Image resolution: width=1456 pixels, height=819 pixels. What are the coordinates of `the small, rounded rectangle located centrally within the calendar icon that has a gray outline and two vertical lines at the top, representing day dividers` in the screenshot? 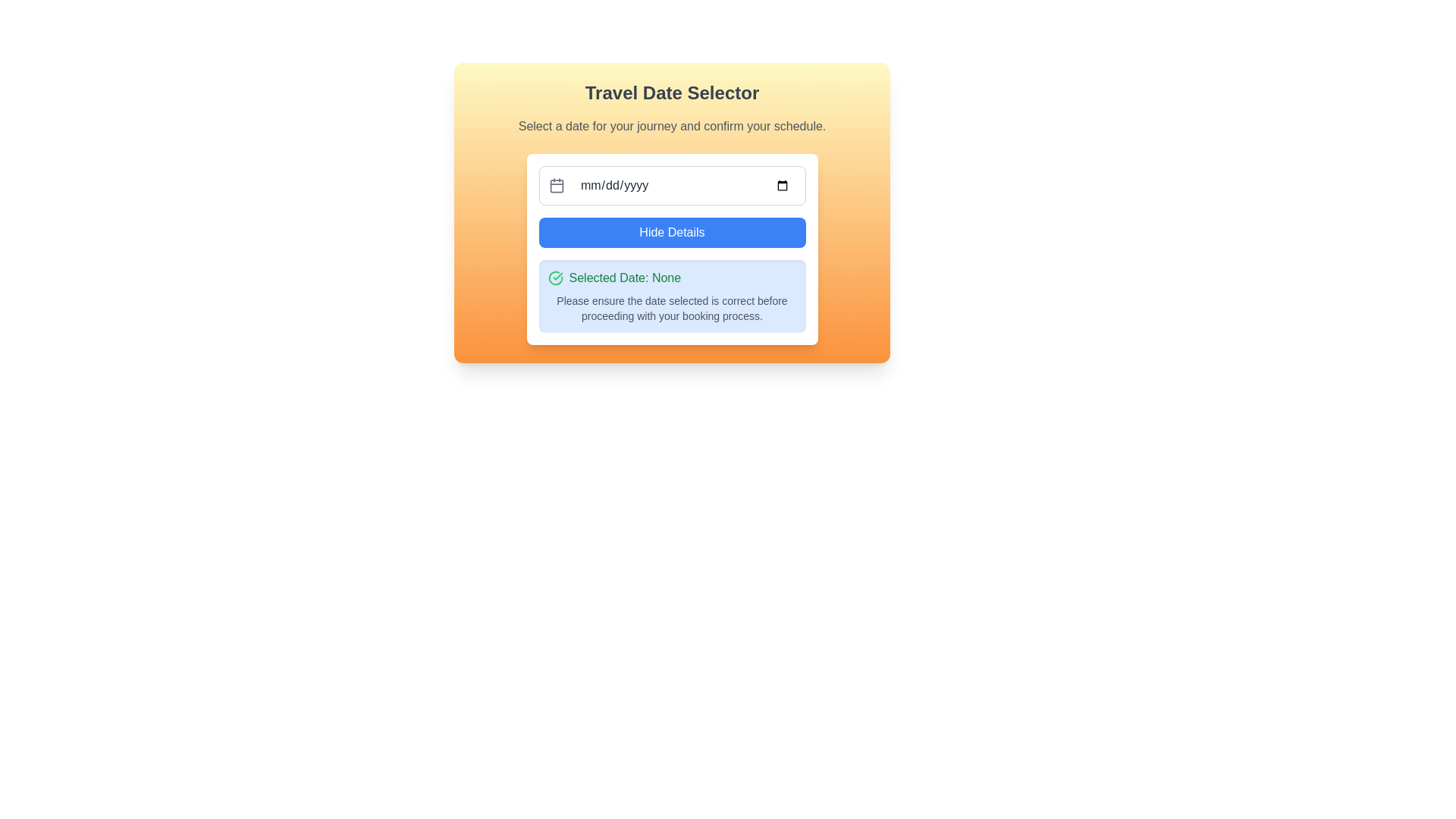 It's located at (556, 185).